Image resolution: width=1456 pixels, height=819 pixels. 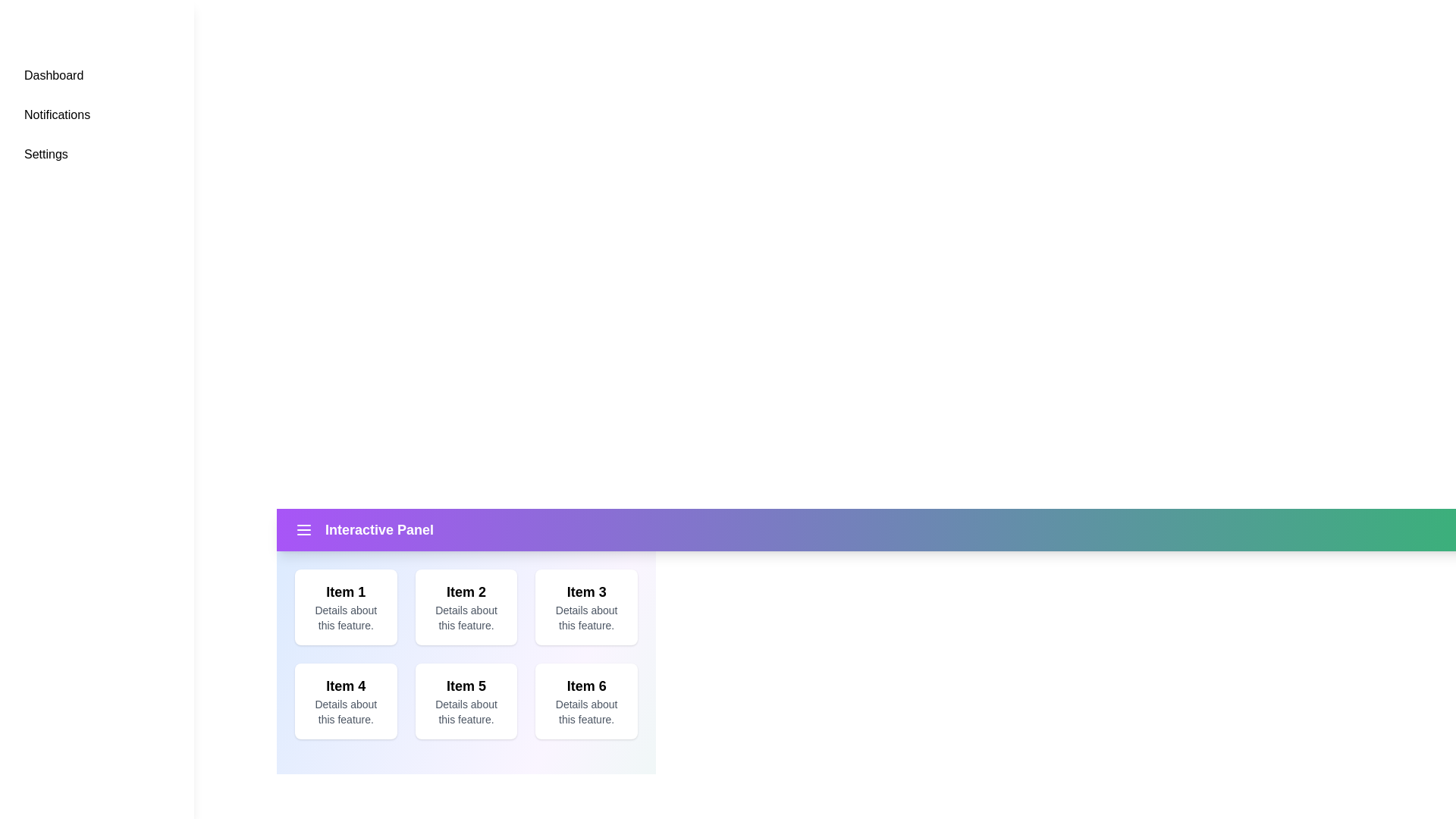 What do you see at coordinates (379, 529) in the screenshot?
I see `the informational Text label that serves as a header or title, located to the right of the icon resembling three horizontal lines in the header` at bounding box center [379, 529].